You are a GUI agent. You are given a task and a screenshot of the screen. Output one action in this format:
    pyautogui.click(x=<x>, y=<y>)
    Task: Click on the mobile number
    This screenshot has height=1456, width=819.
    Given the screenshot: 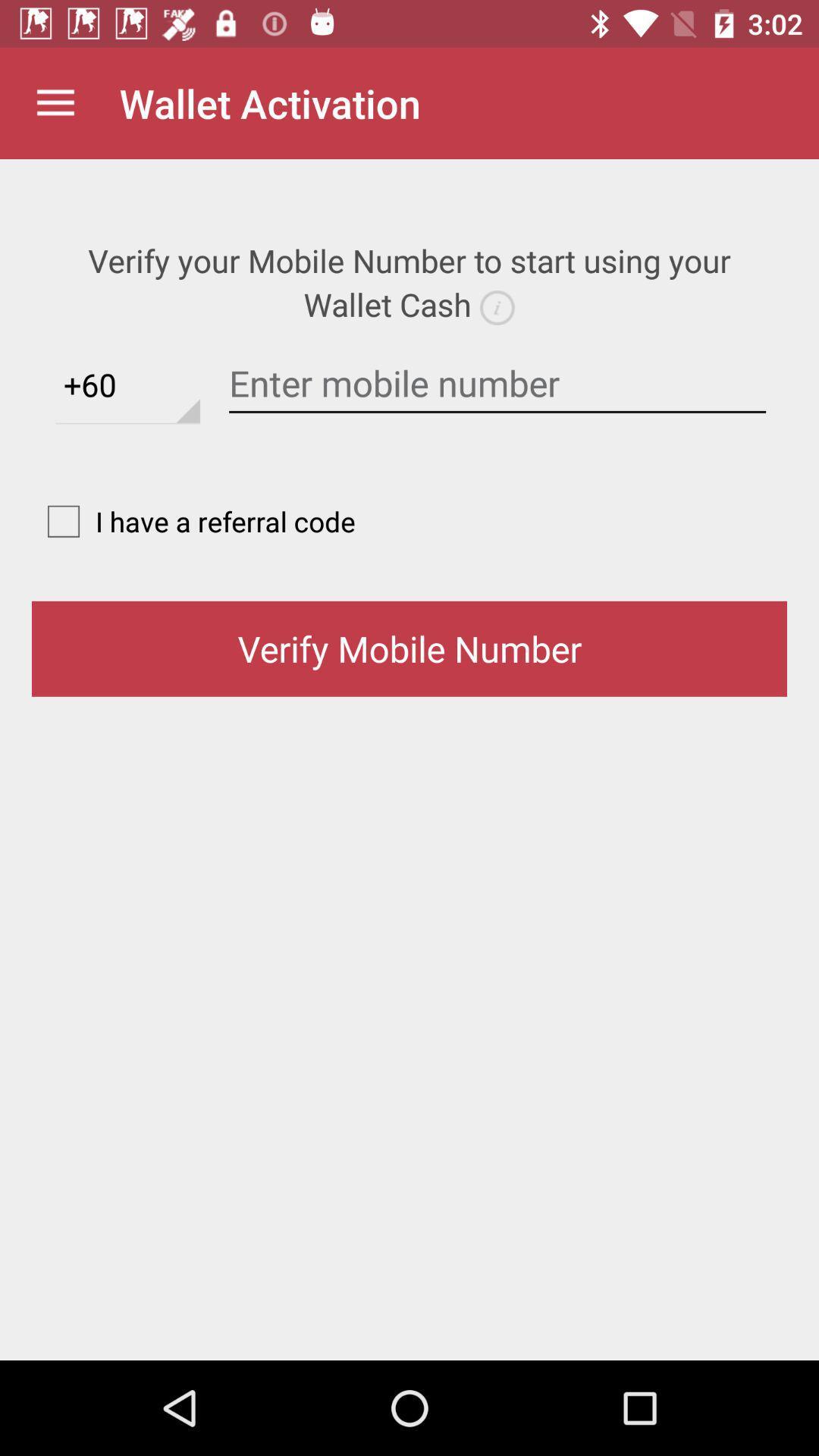 What is the action you would take?
    pyautogui.click(x=497, y=384)
    